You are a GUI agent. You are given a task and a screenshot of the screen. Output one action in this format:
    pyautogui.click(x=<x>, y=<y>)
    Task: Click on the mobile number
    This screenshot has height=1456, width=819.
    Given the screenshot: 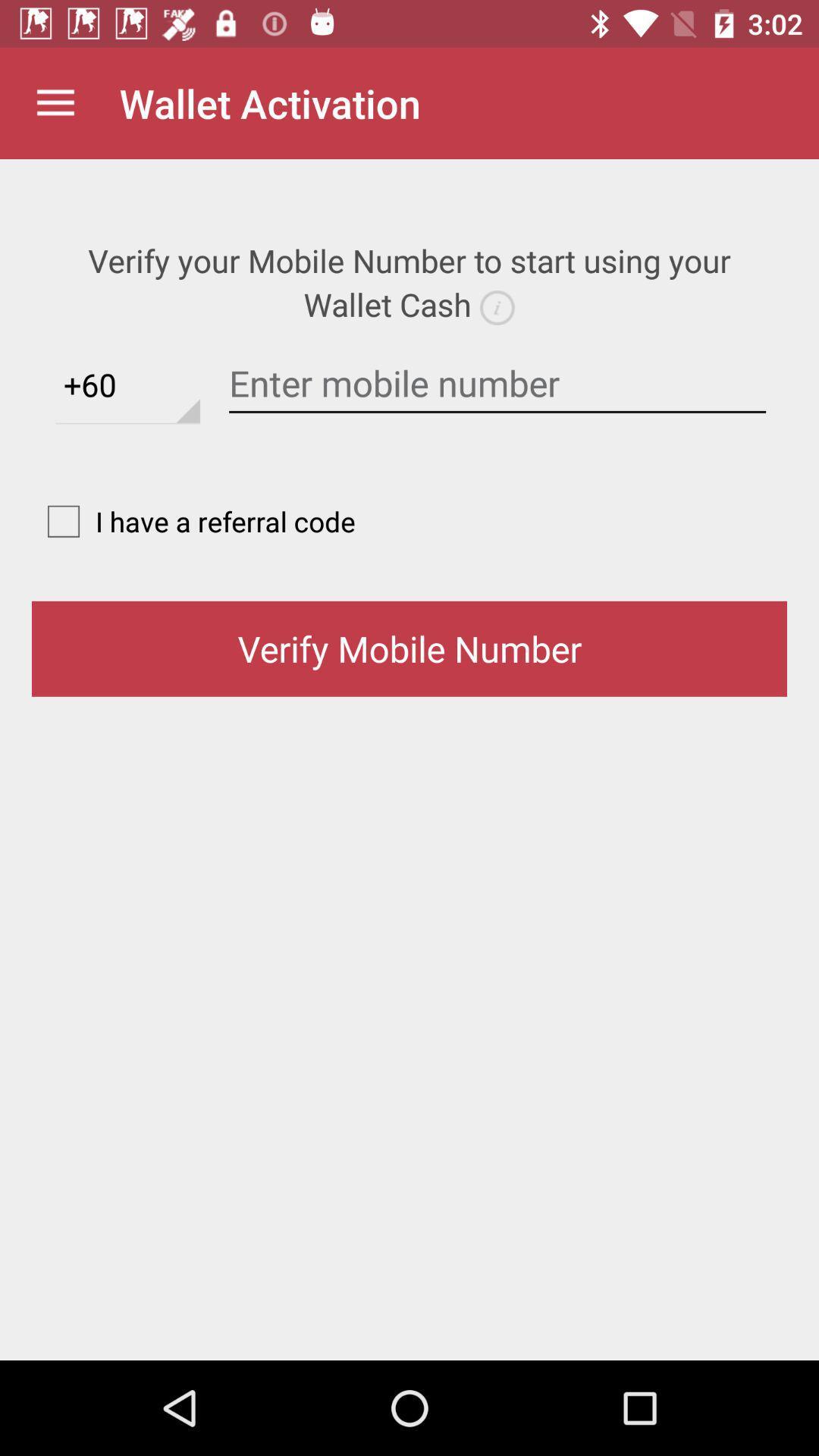 What is the action you would take?
    pyautogui.click(x=497, y=384)
    